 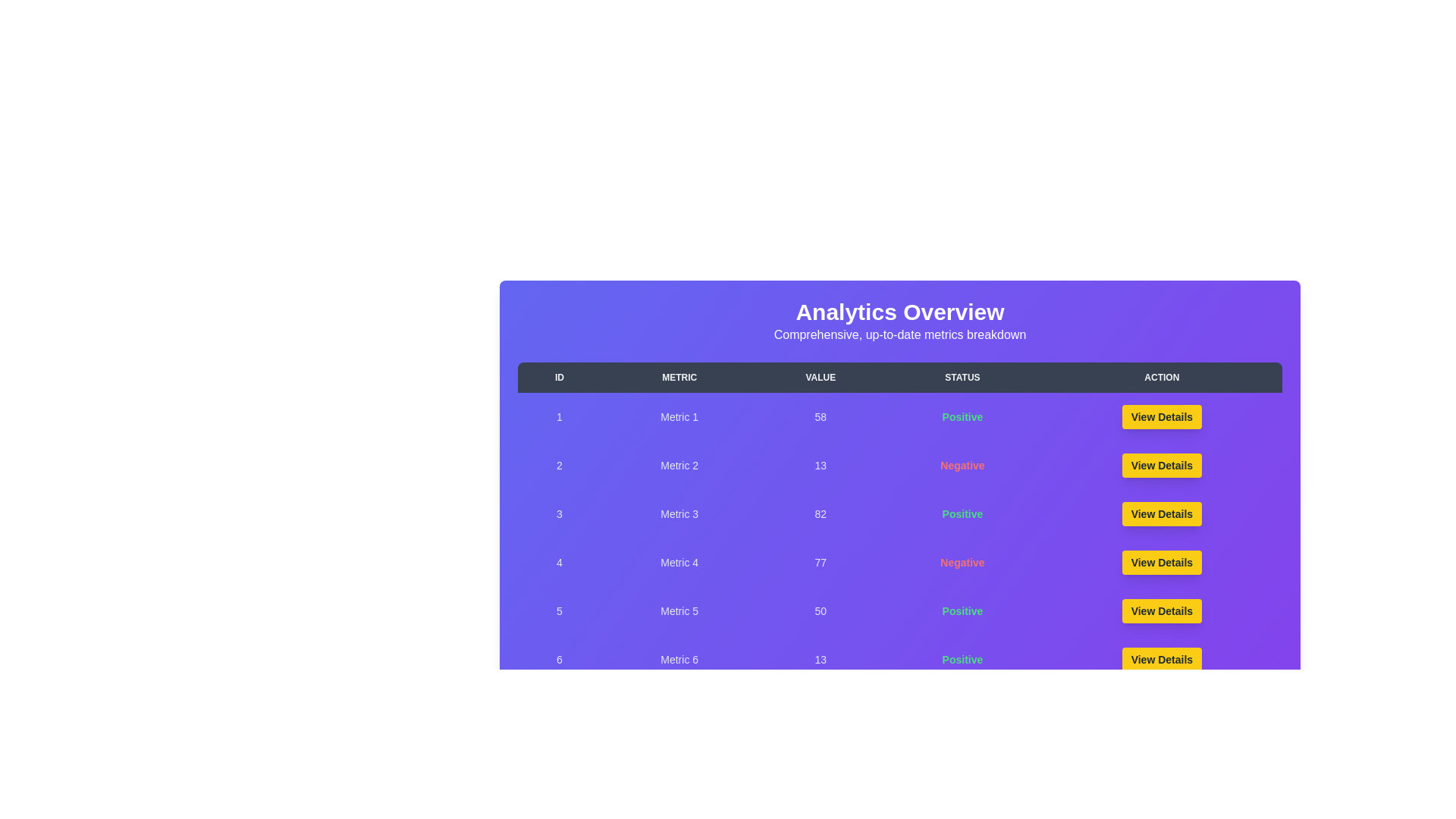 I want to click on the row corresponding to 4, so click(x=899, y=562).